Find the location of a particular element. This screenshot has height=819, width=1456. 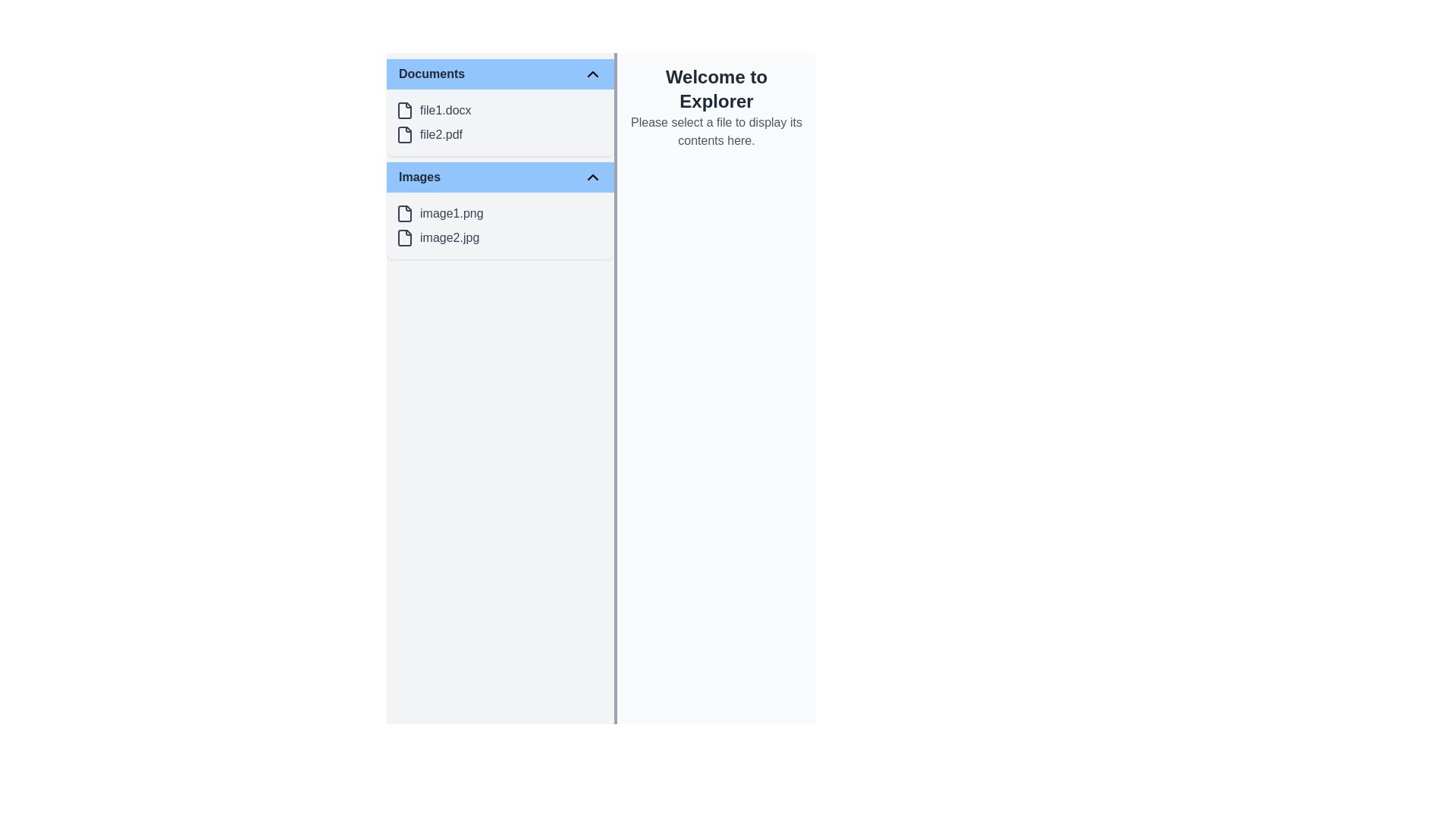

the document icon with a folded corner next to the label 'image1.png' in the 'Images' section of the sidebar is located at coordinates (404, 213).